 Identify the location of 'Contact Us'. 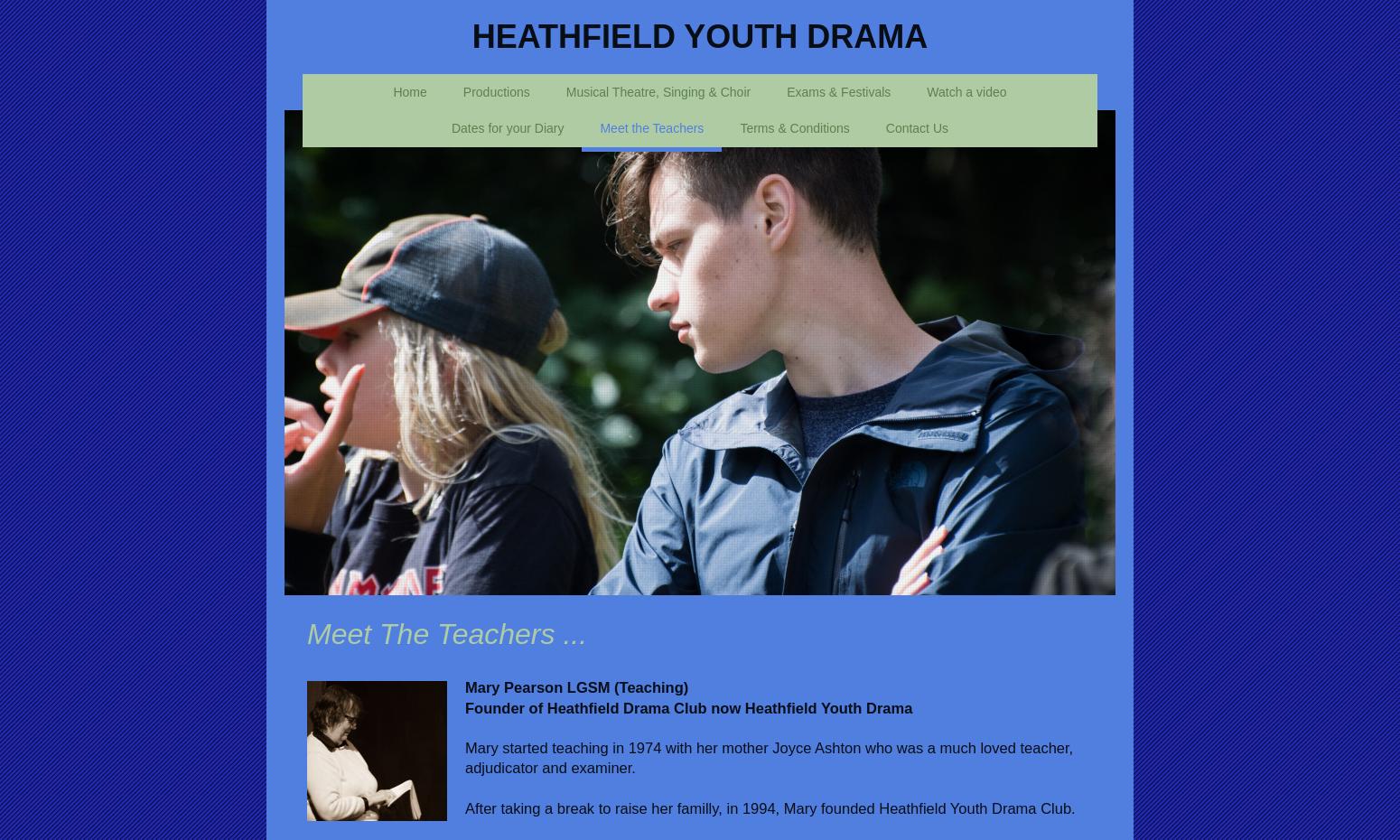
(916, 128).